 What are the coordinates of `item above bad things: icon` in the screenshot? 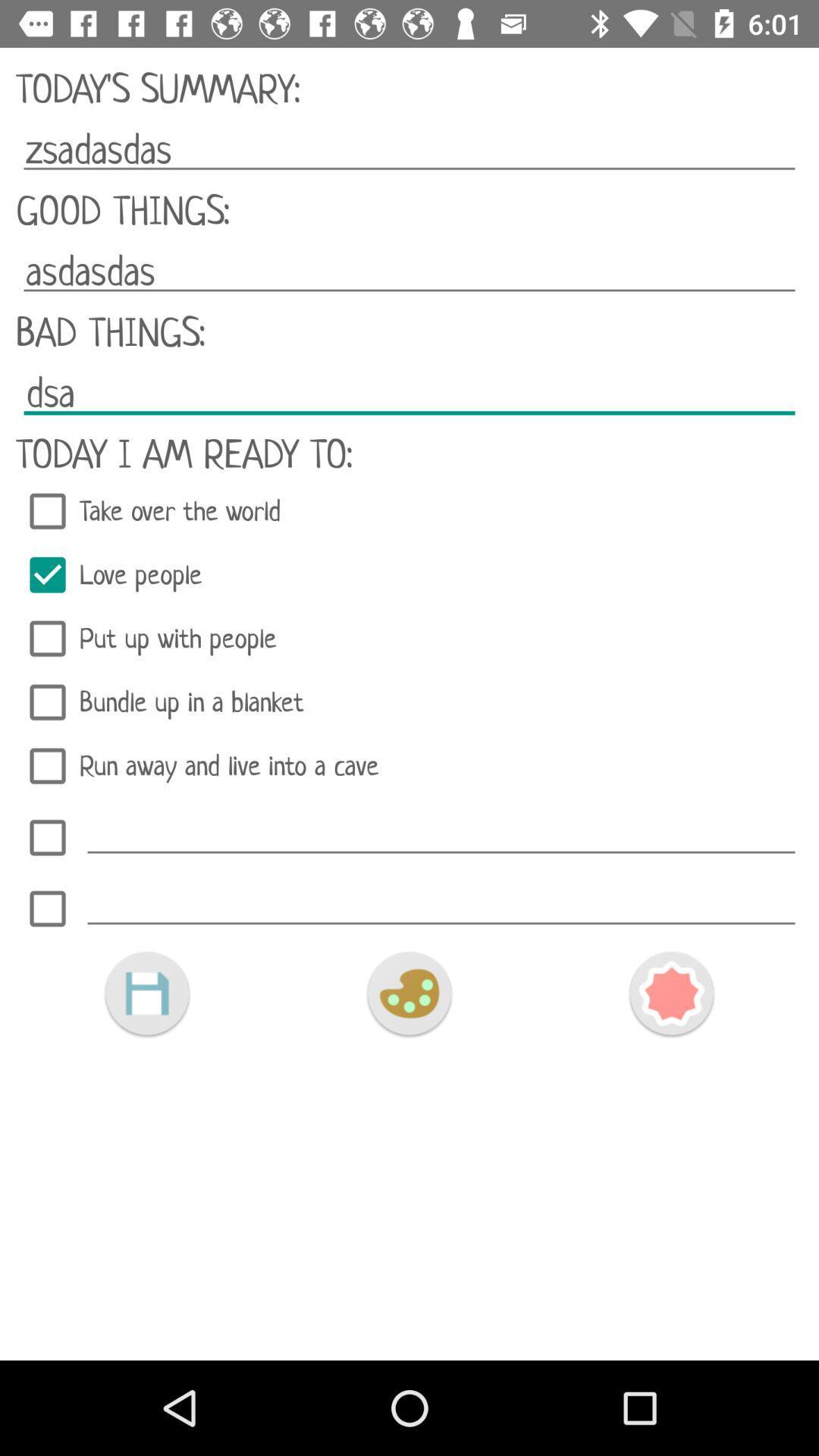 It's located at (409, 271).